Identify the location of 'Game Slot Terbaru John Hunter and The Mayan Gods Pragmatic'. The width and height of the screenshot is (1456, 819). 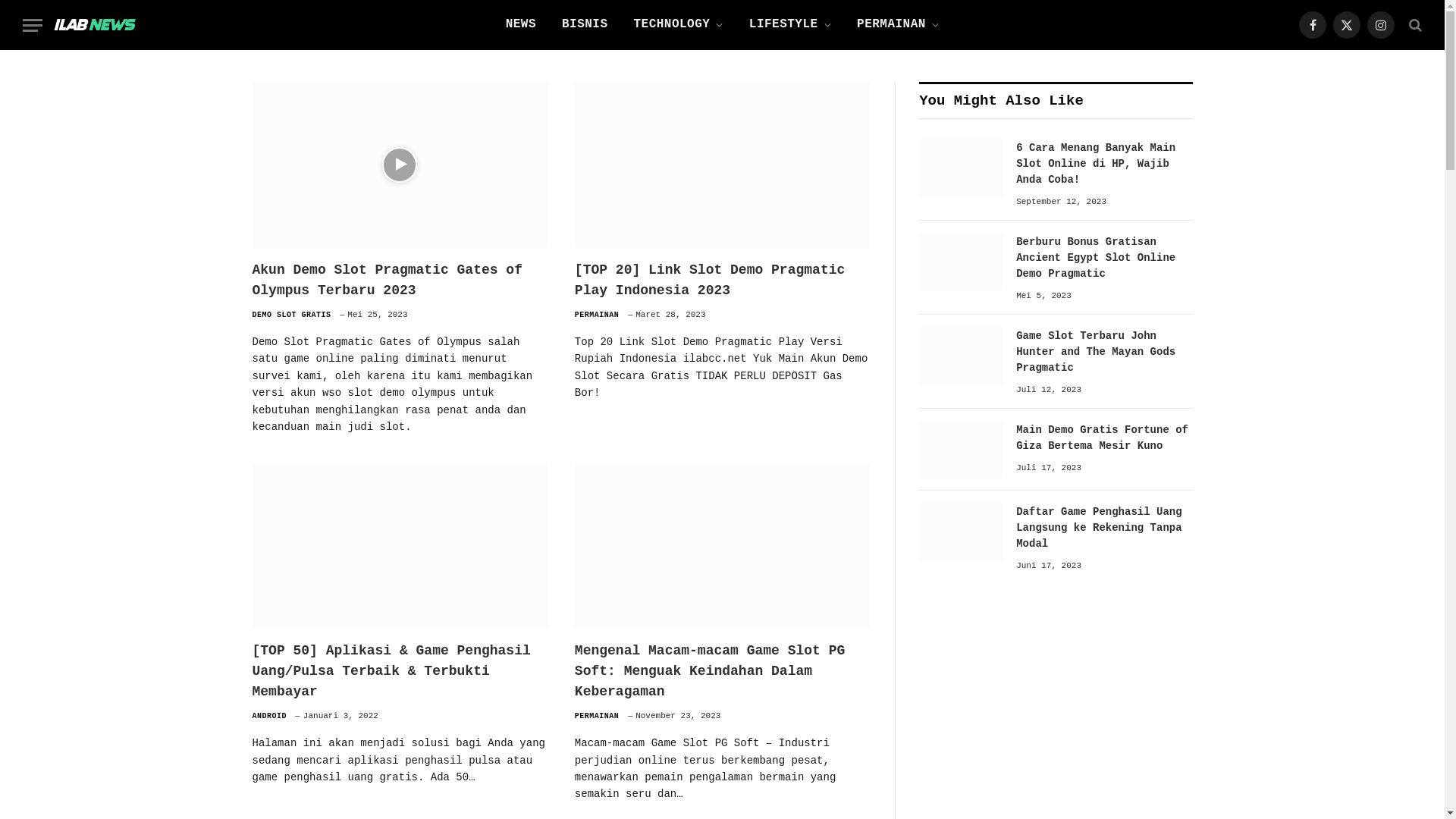
(960, 356).